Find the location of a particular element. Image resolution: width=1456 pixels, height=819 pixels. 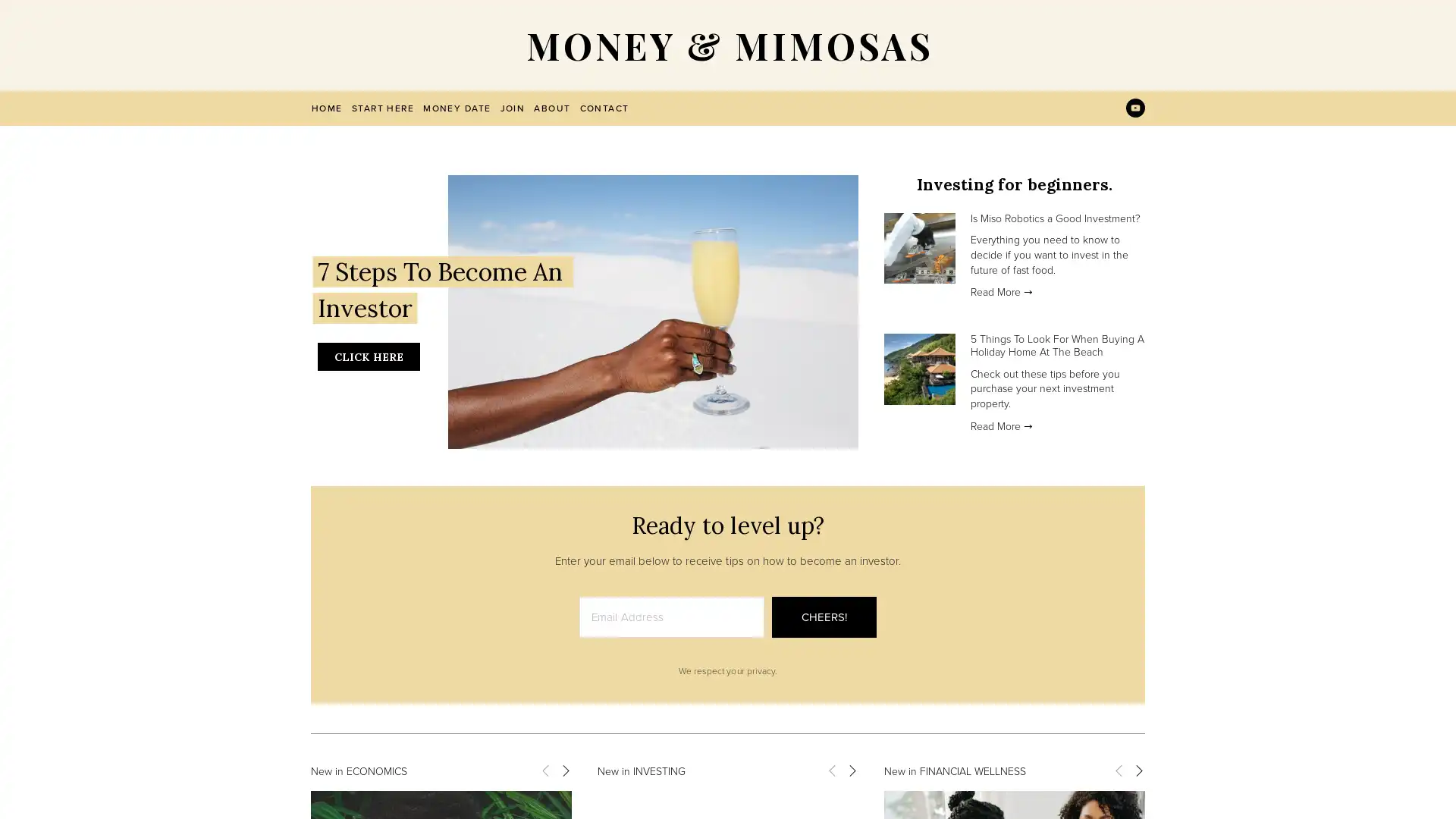

Yes, I love Money & Mimosas. is located at coordinates (870, 453).